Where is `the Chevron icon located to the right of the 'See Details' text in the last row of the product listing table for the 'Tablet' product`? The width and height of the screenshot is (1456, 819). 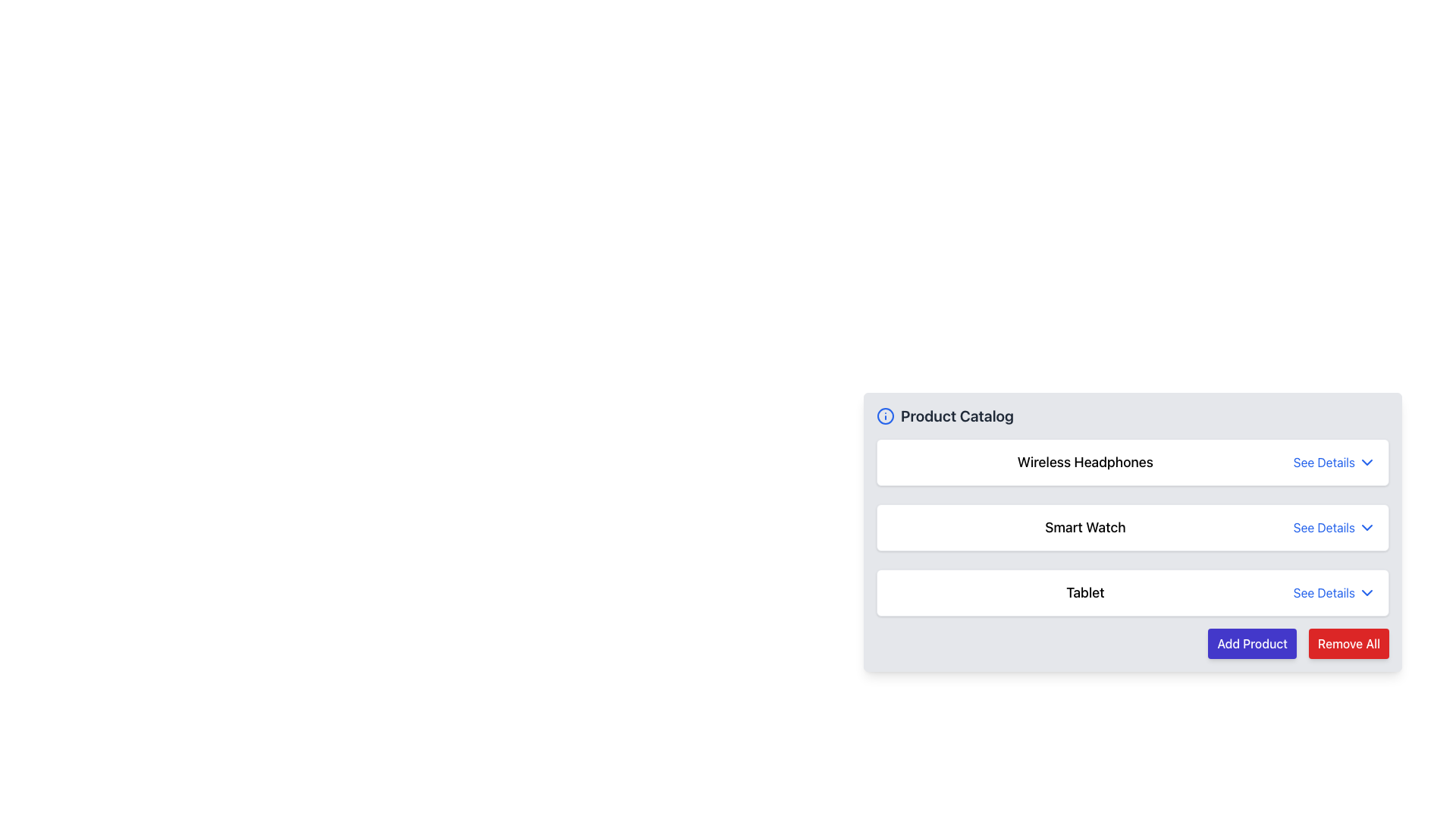 the Chevron icon located to the right of the 'See Details' text in the last row of the product listing table for the 'Tablet' product is located at coordinates (1367, 592).